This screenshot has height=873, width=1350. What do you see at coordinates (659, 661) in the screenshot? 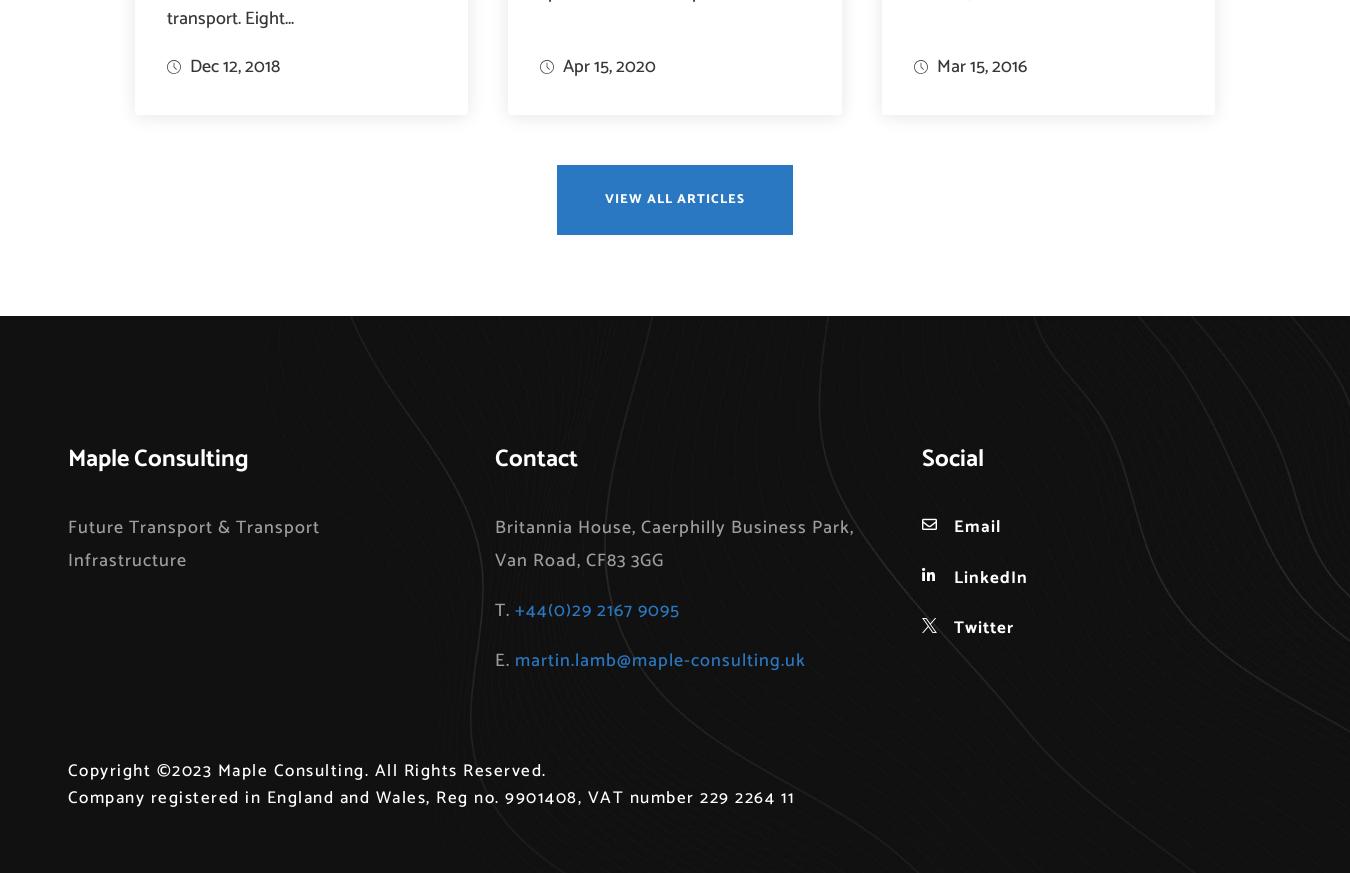
I see `'martin.lamb@maple-consulting.uk'` at bounding box center [659, 661].